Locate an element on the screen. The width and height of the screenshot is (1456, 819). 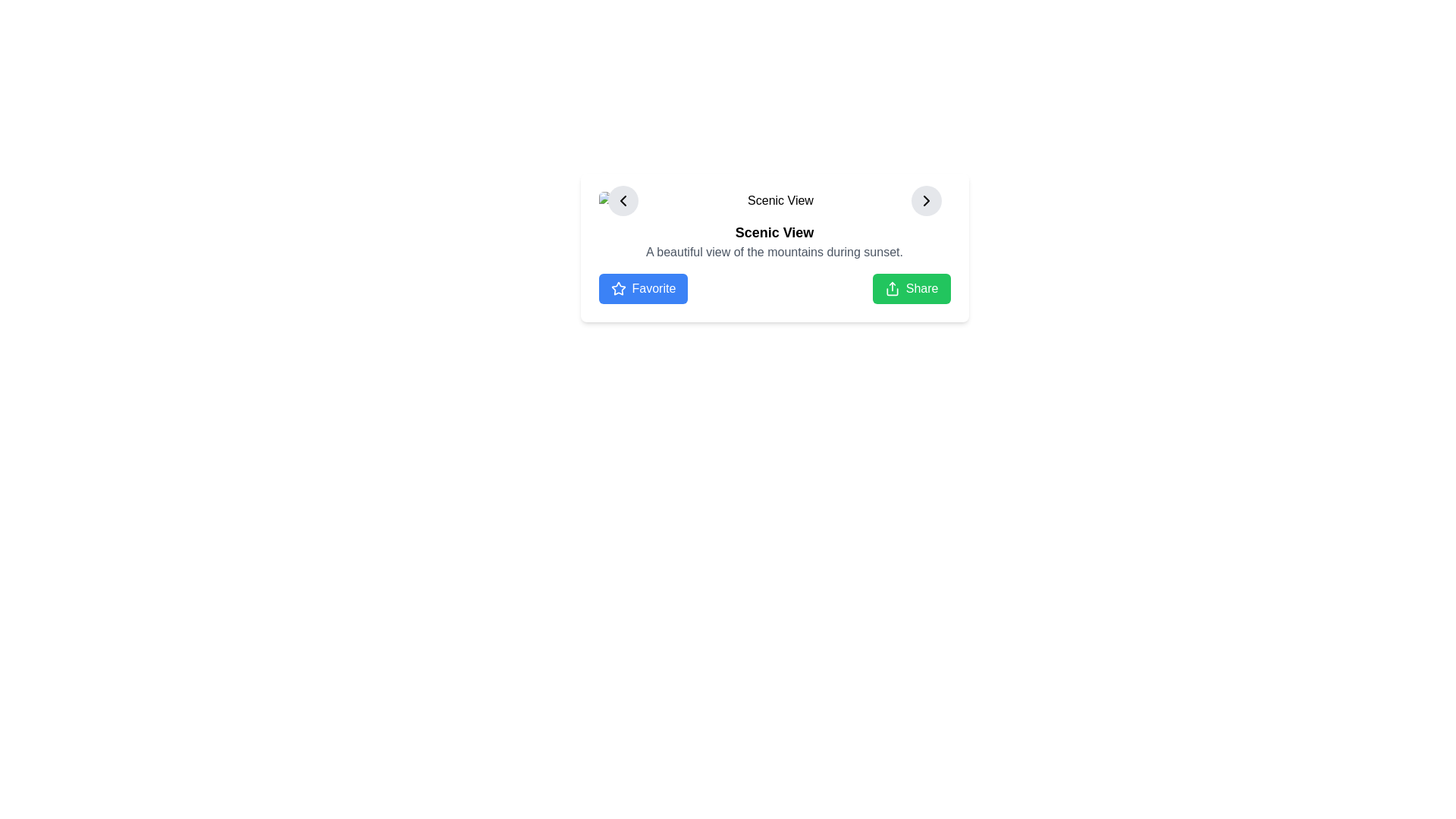
the text label that reads 'A beautiful view of the mountains during sunset', which is styled in gray and is positioned beneath the bolded title 'Scenic View' is located at coordinates (774, 251).